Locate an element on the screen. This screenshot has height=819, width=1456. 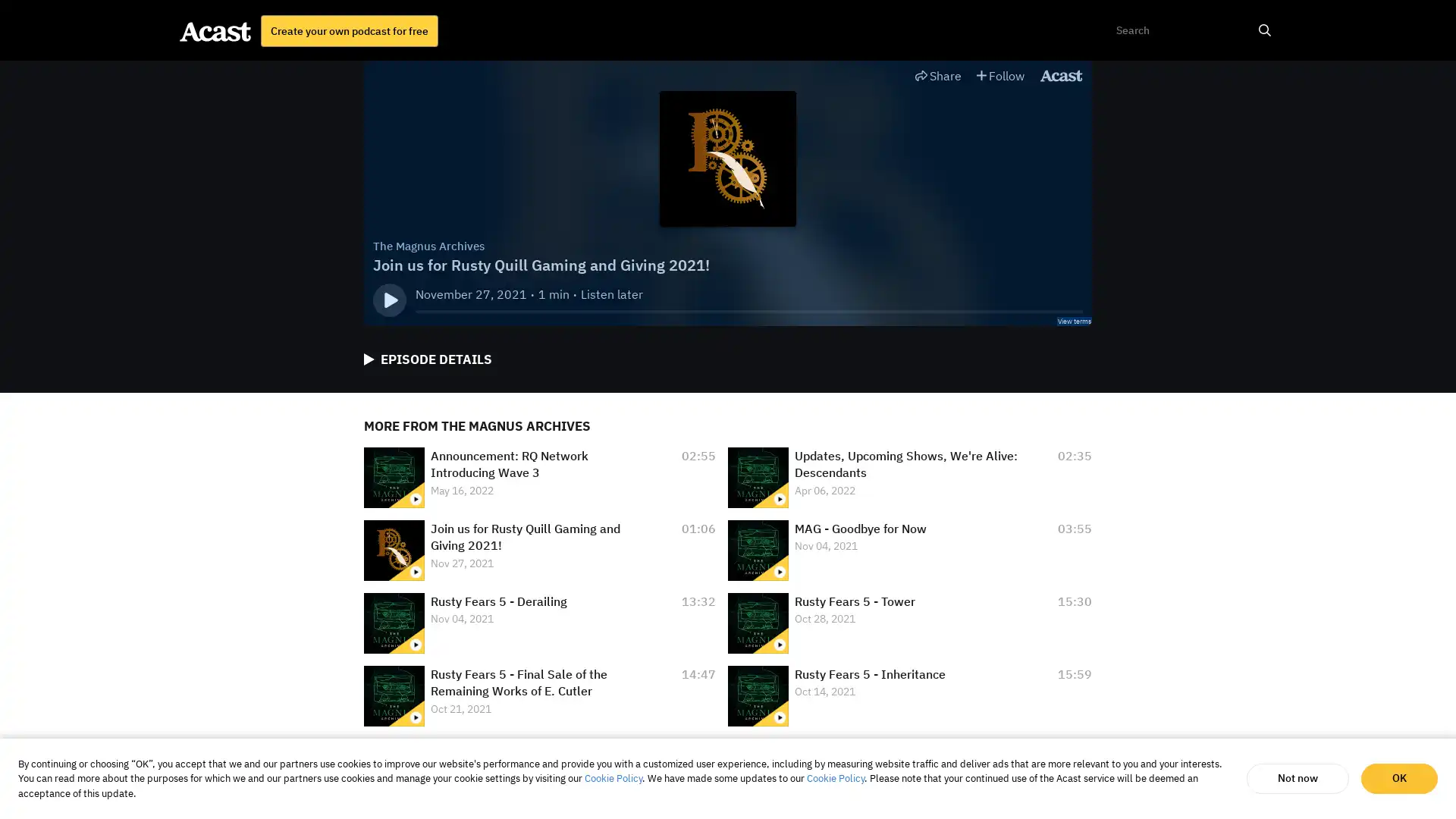
EPISODE DETAILS is located at coordinates (427, 359).